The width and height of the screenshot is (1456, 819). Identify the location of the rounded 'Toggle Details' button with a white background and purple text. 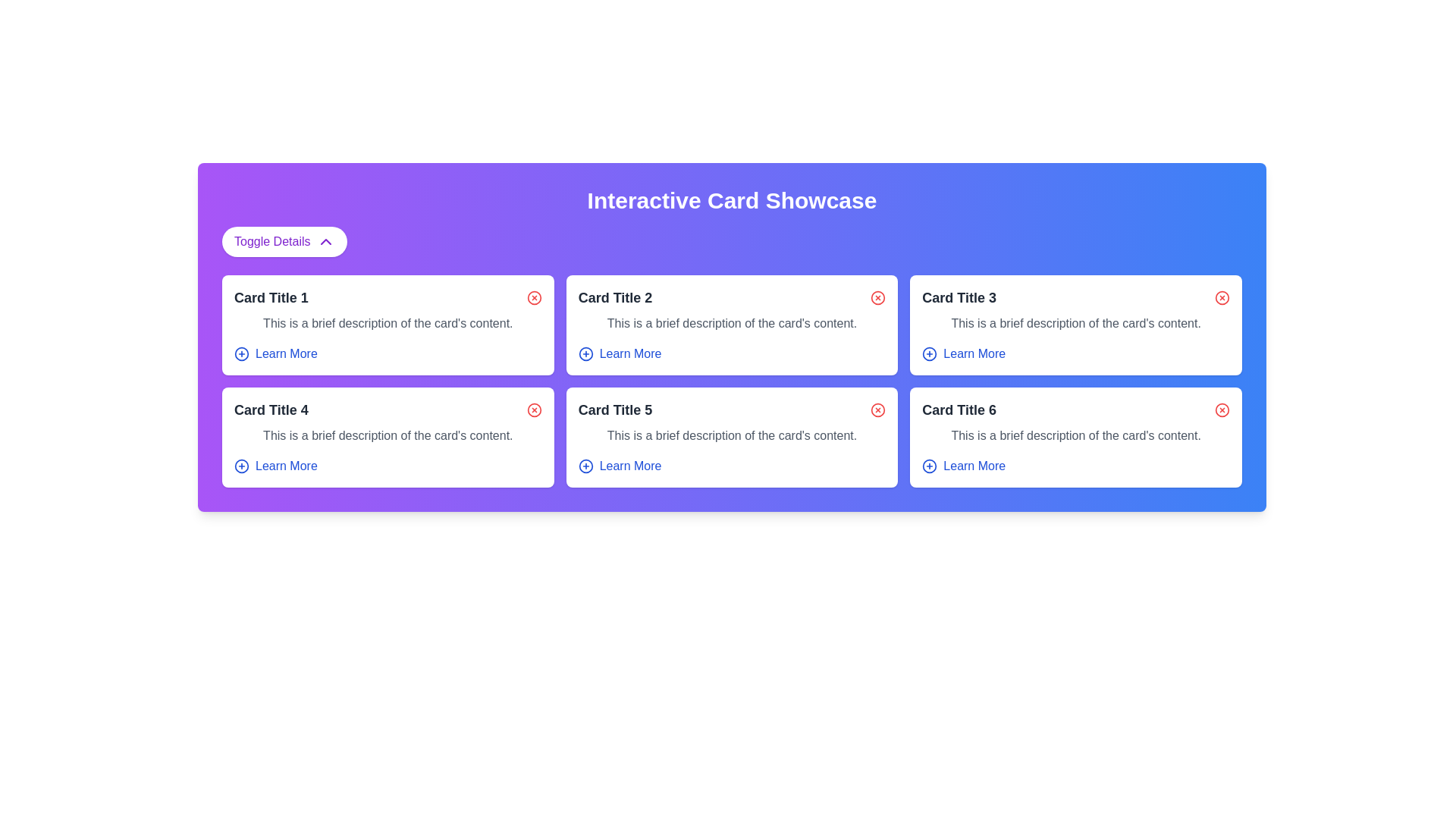
(284, 241).